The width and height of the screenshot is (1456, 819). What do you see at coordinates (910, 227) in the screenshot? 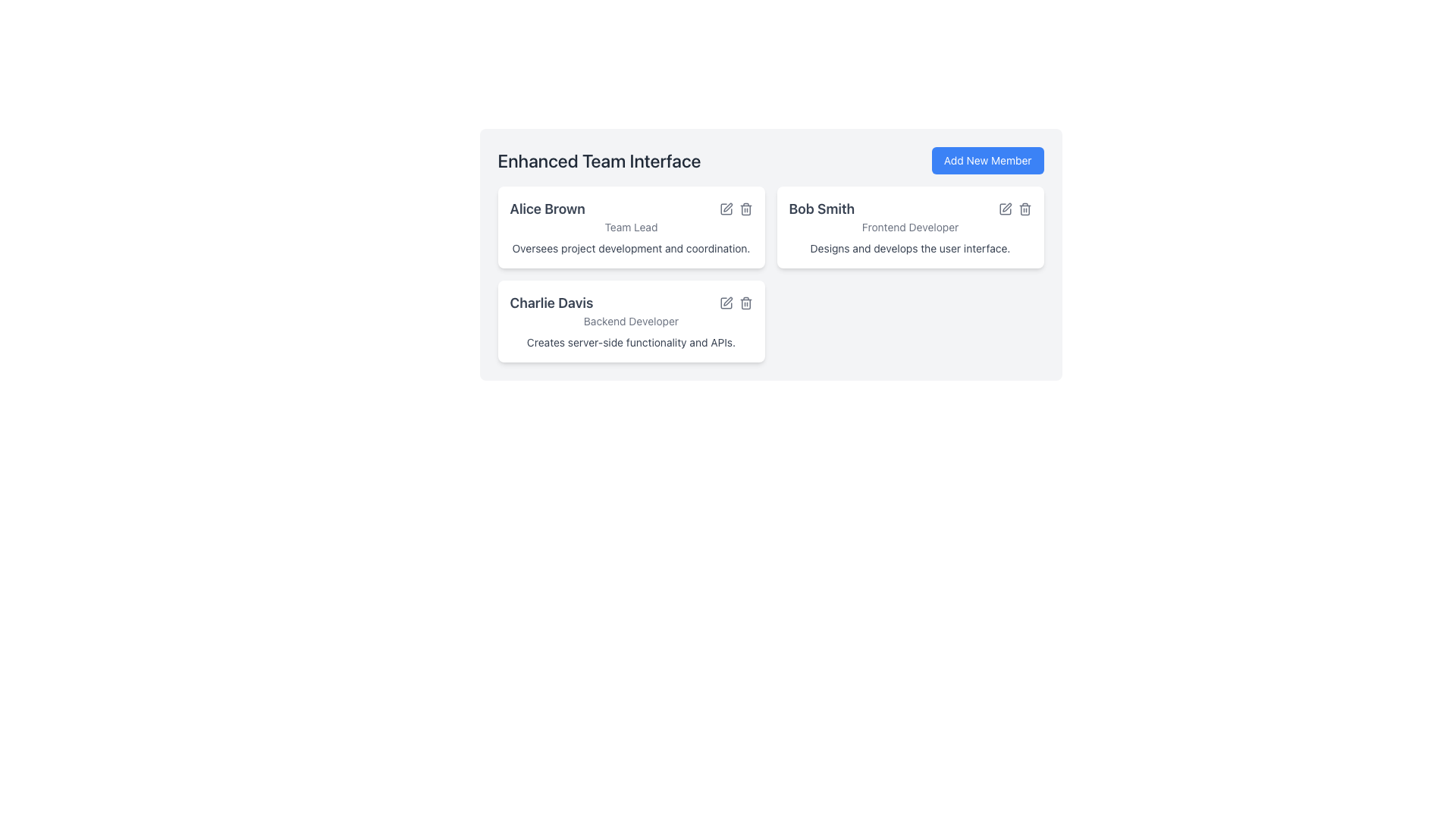
I see `the Card component displaying details about team member Bob Smith, which is located between the cards for Alice Brown and Charlie Davis in the upper-right of the grid layout` at bounding box center [910, 227].